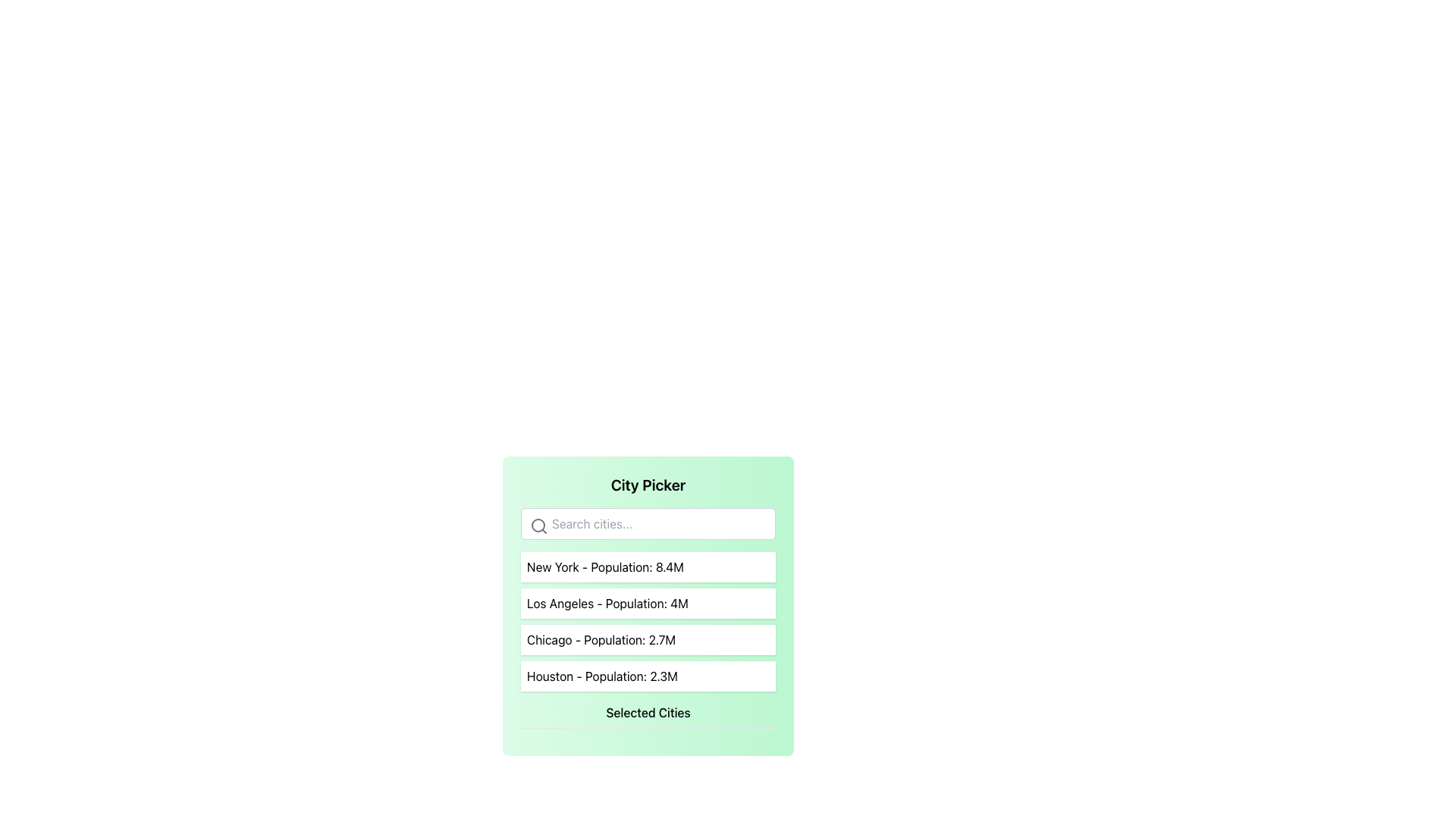 The width and height of the screenshot is (1456, 819). What do you see at coordinates (648, 602) in the screenshot?
I see `the second item in the city picker interface representing 'Los Angeles'` at bounding box center [648, 602].